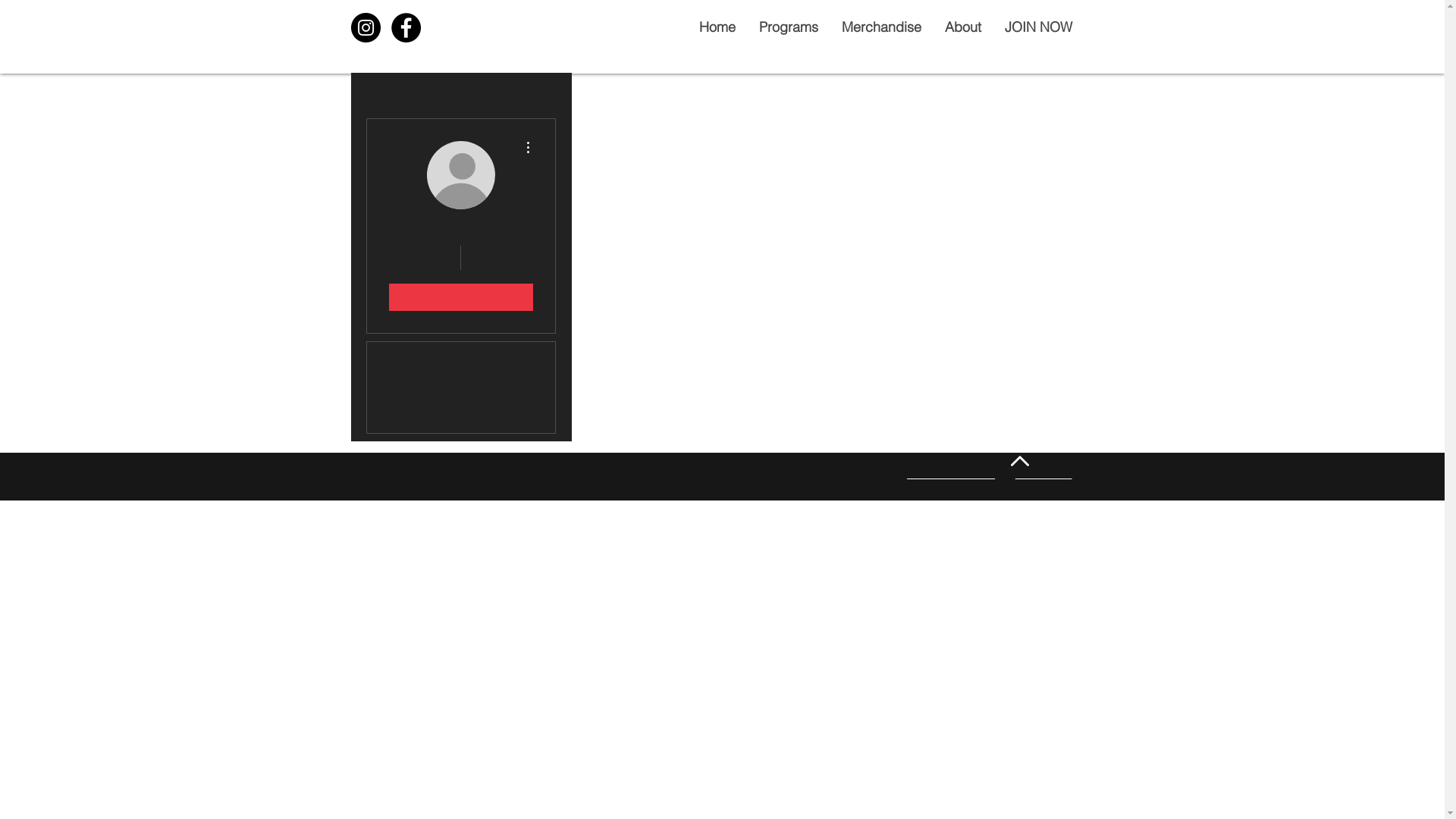  What do you see at coordinates (422, 256) in the screenshot?
I see `'0` at bounding box center [422, 256].